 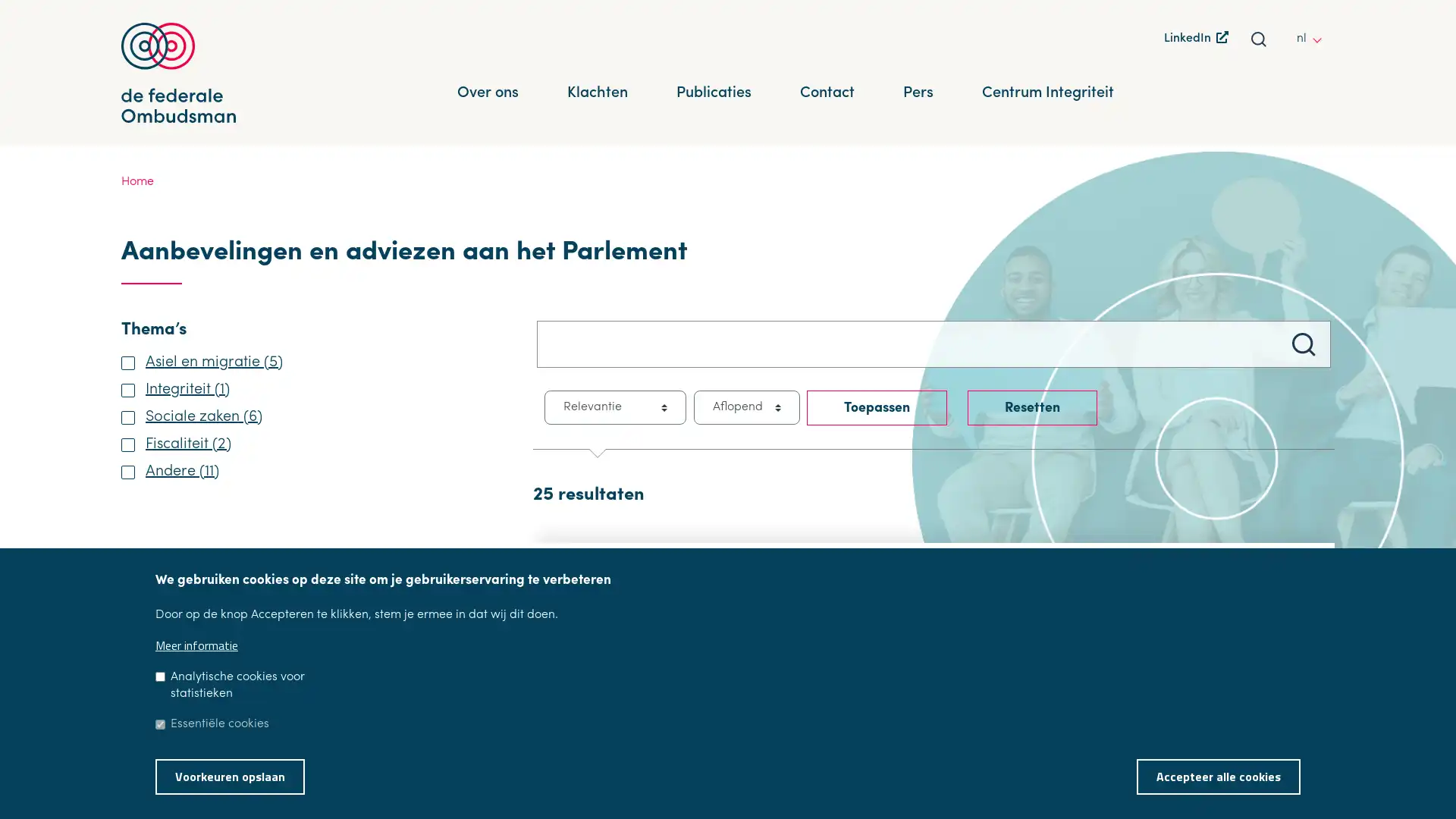 What do you see at coordinates (1320, 37) in the screenshot?
I see `other languages` at bounding box center [1320, 37].